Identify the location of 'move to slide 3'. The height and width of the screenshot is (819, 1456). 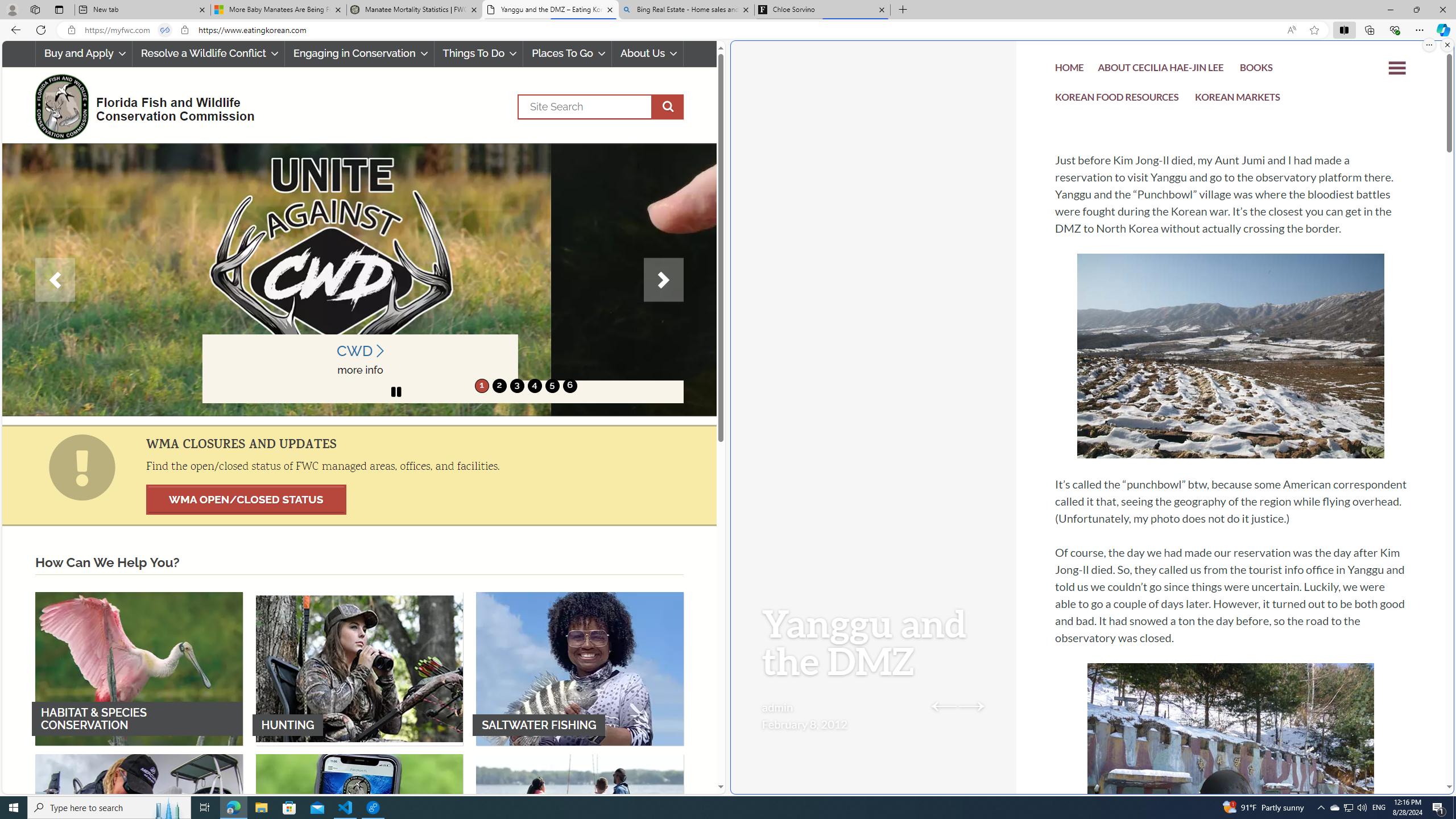
(516, 385).